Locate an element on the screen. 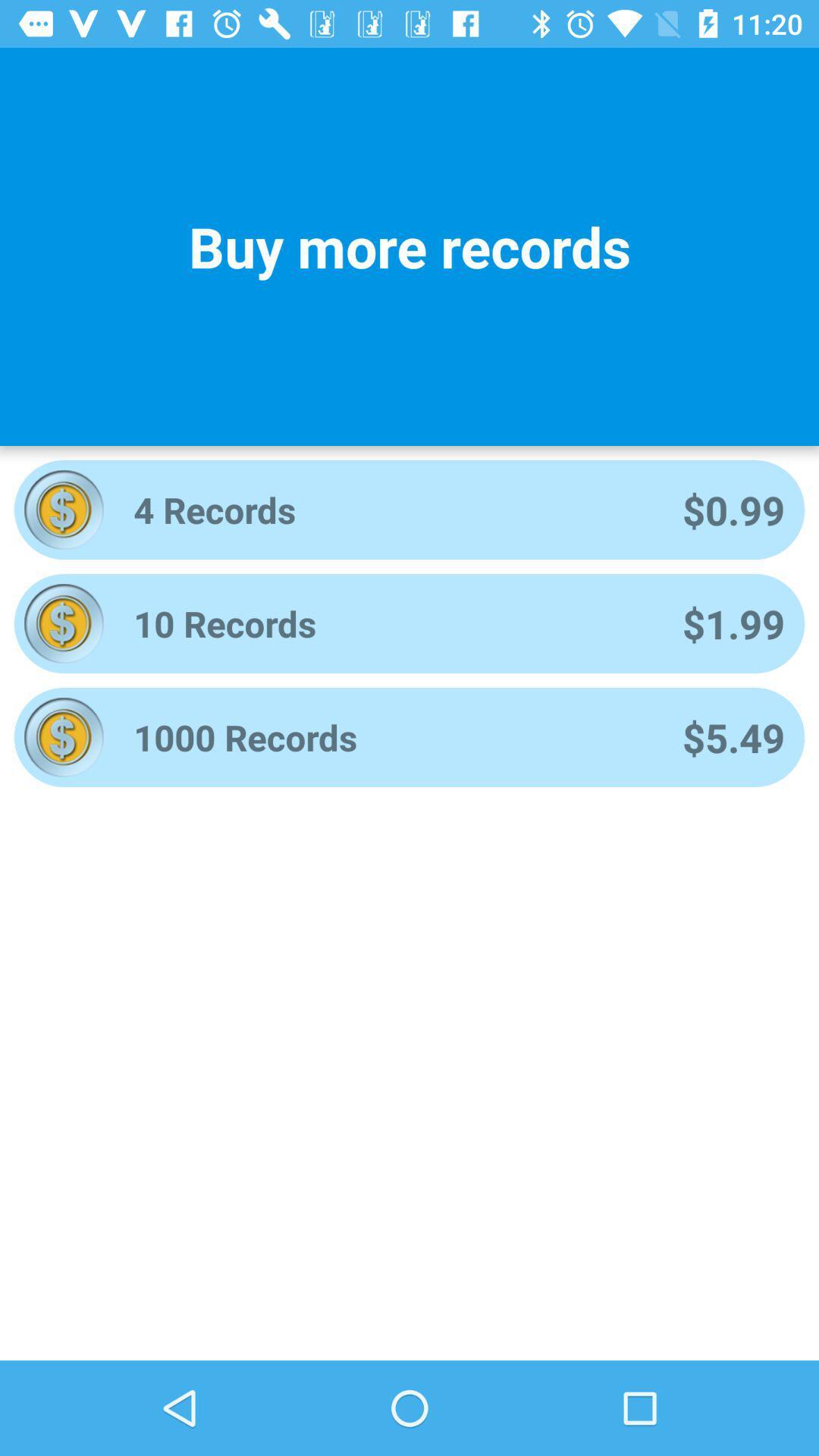  item below the buy more records app is located at coordinates (387, 510).